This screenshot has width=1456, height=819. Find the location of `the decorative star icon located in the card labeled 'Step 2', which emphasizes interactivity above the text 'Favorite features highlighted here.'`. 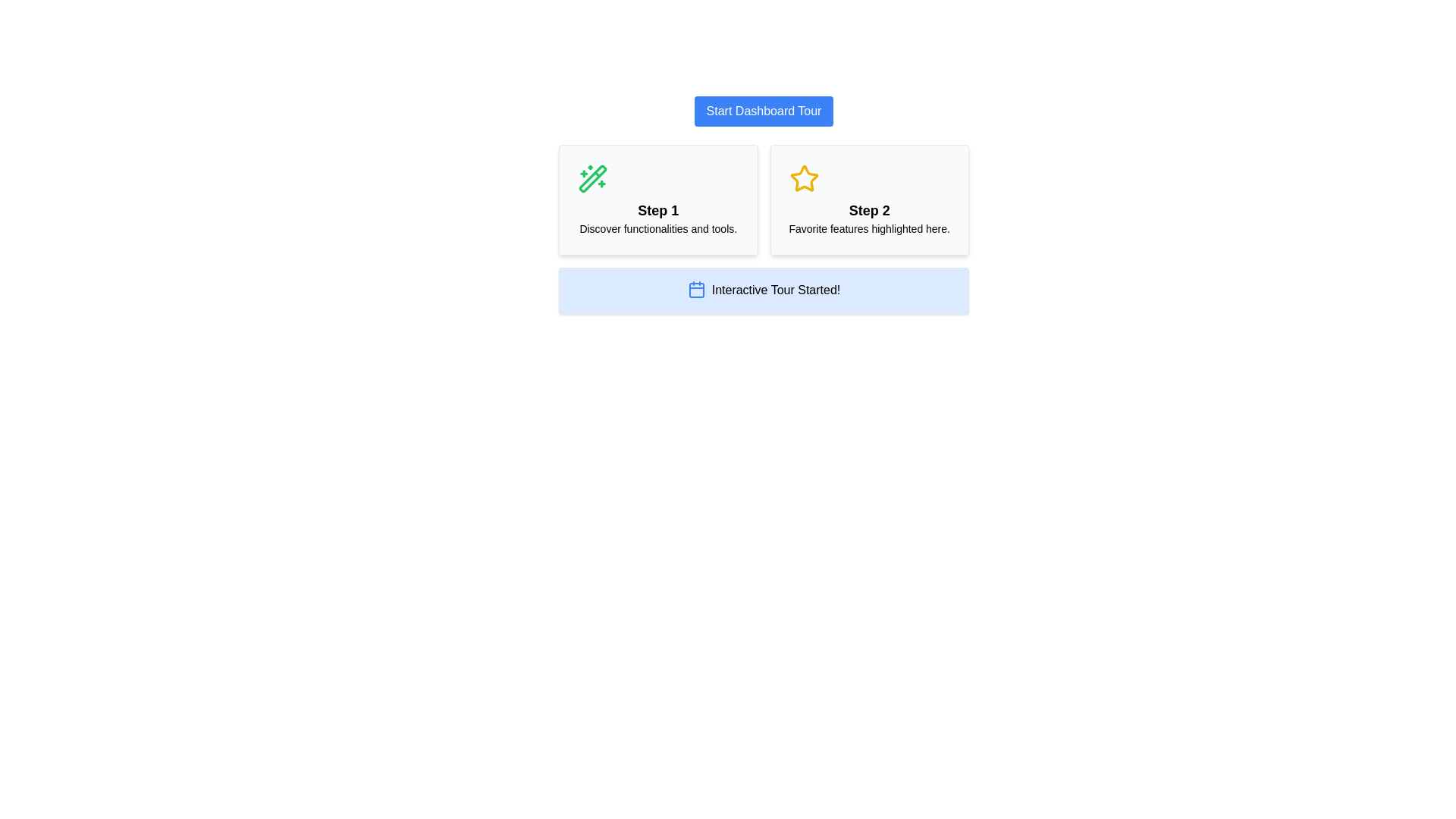

the decorative star icon located in the card labeled 'Step 2', which emphasizes interactivity above the text 'Favorite features highlighted here.' is located at coordinates (803, 177).